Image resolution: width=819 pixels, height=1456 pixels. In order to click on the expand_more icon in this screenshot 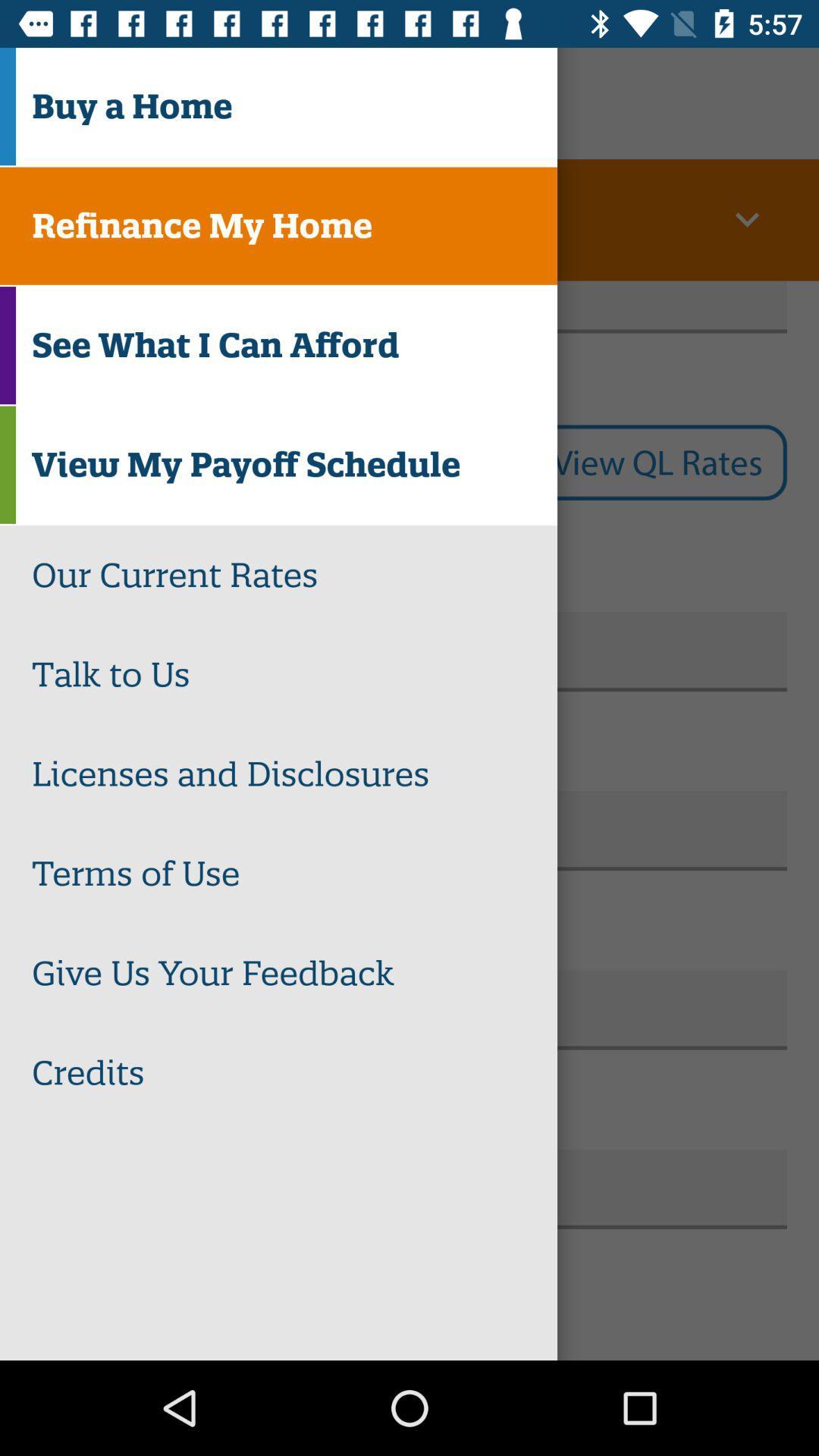, I will do `click(746, 219)`.